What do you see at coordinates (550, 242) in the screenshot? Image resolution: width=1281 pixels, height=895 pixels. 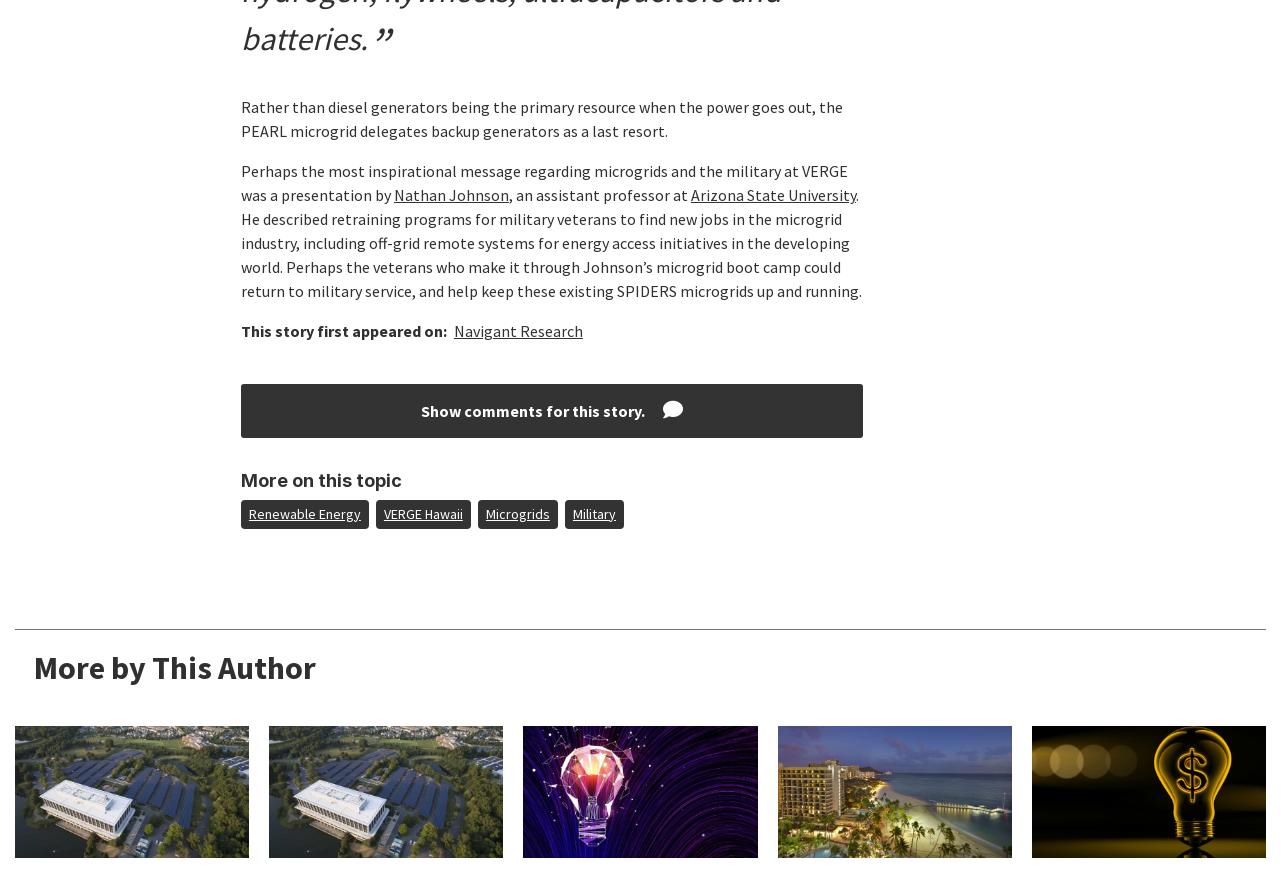 I see `'. He described retraining programs for military veterans to find new jobs in the microgrid industry, including off-grid remote systems for energy access initiatives in the developing world. Perhaps the veterans who make it through Johnson’s microgrid boot camp could return to military service, and help keep these existing SPIDERS microgrids up and running.'` at bounding box center [550, 242].